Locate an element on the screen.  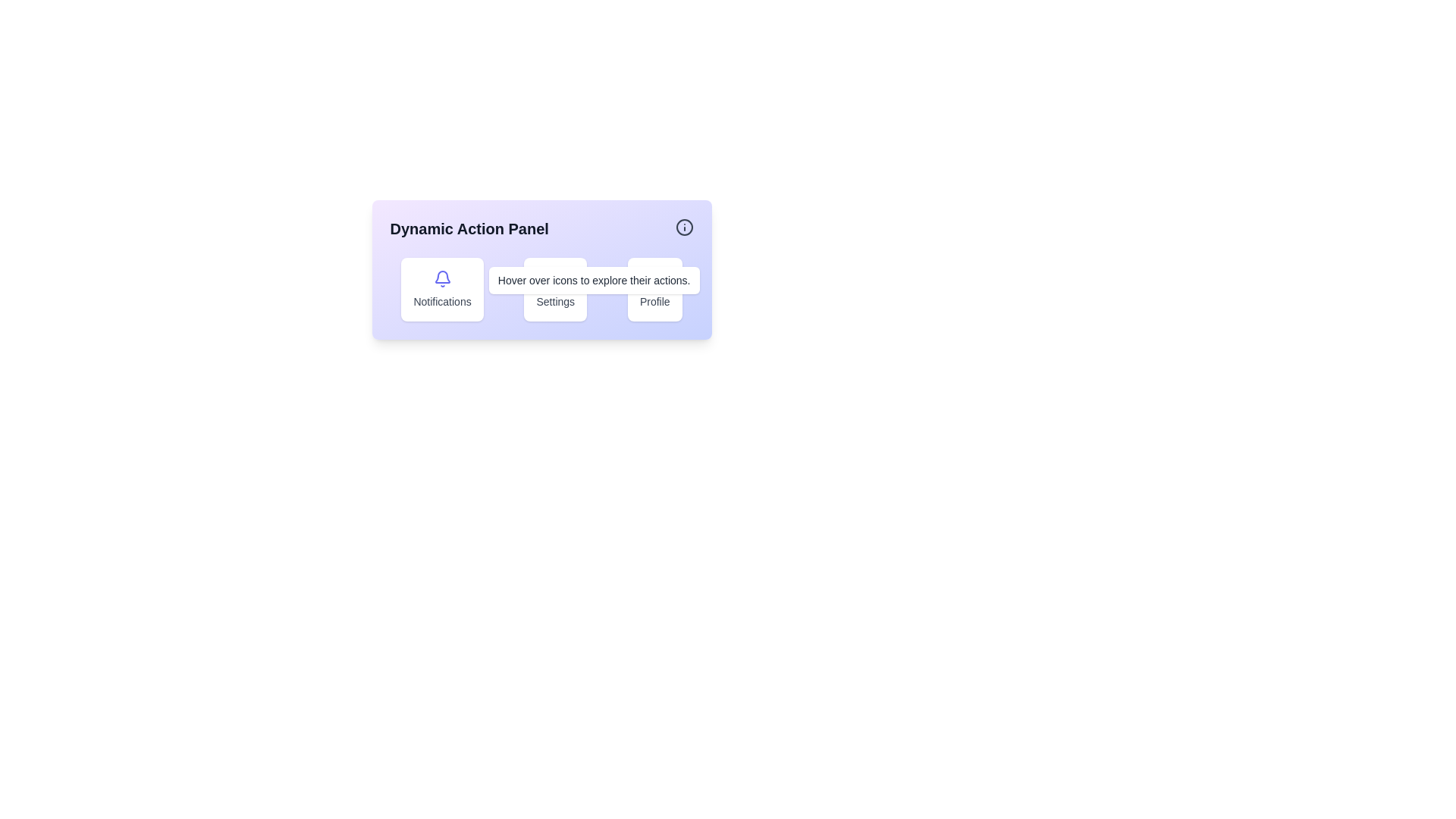
the circular icon with a dark border and white center located in the top-right corner of the 'Dynamic Action Panel' is located at coordinates (683, 227).